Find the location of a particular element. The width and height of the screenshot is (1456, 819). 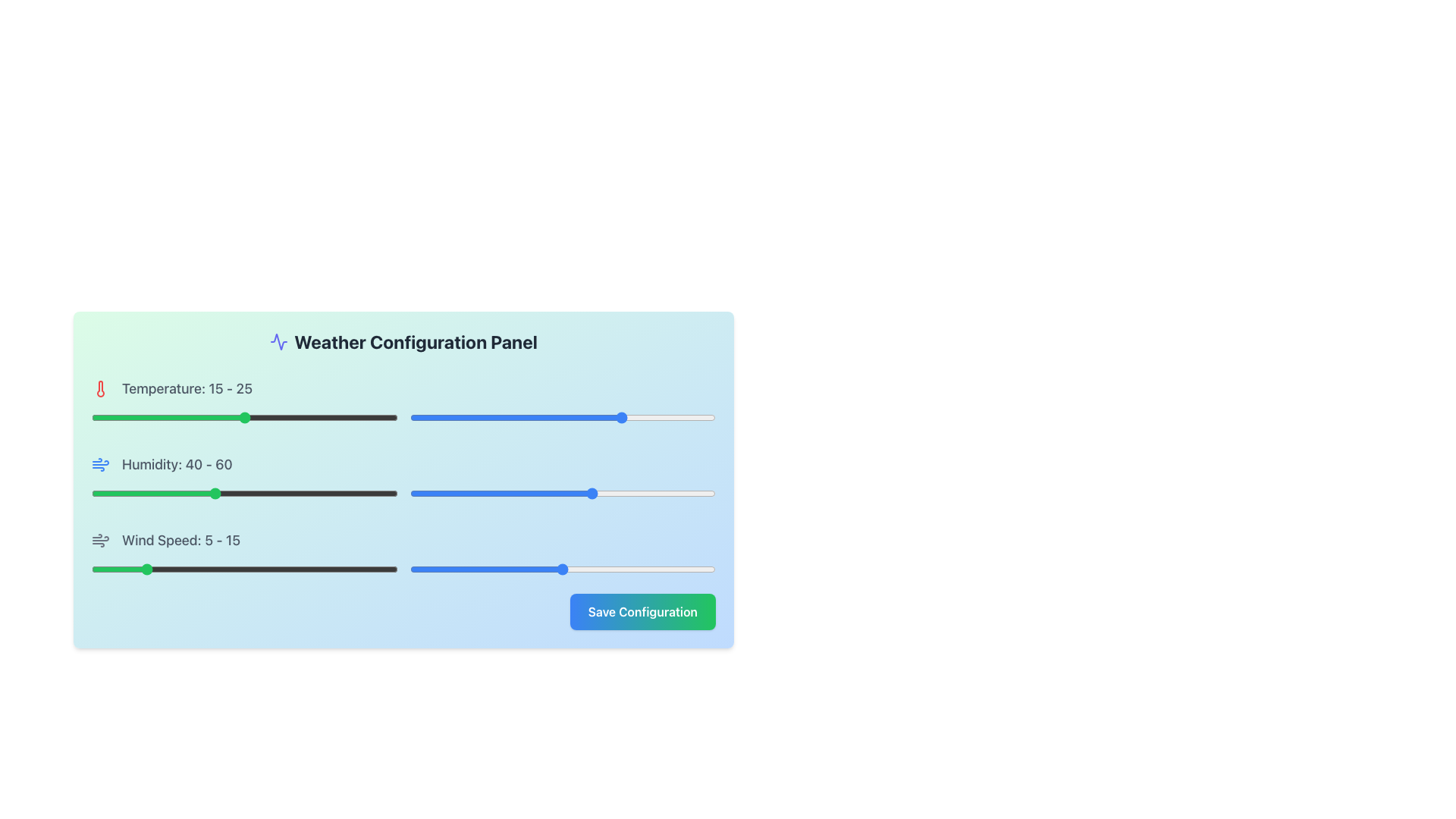

value of the slider is located at coordinates (629, 418).